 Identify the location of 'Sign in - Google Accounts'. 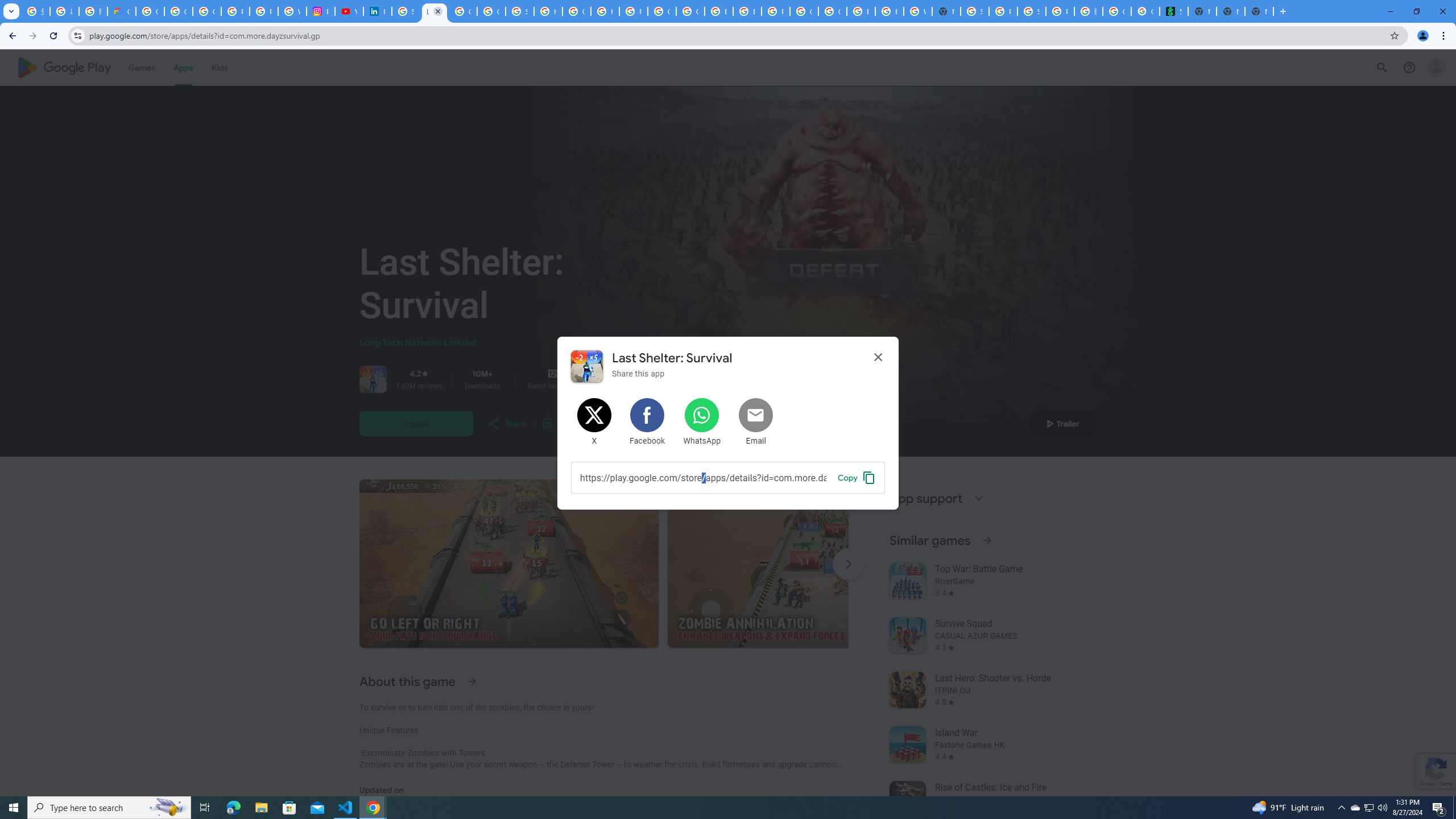
(406, 11).